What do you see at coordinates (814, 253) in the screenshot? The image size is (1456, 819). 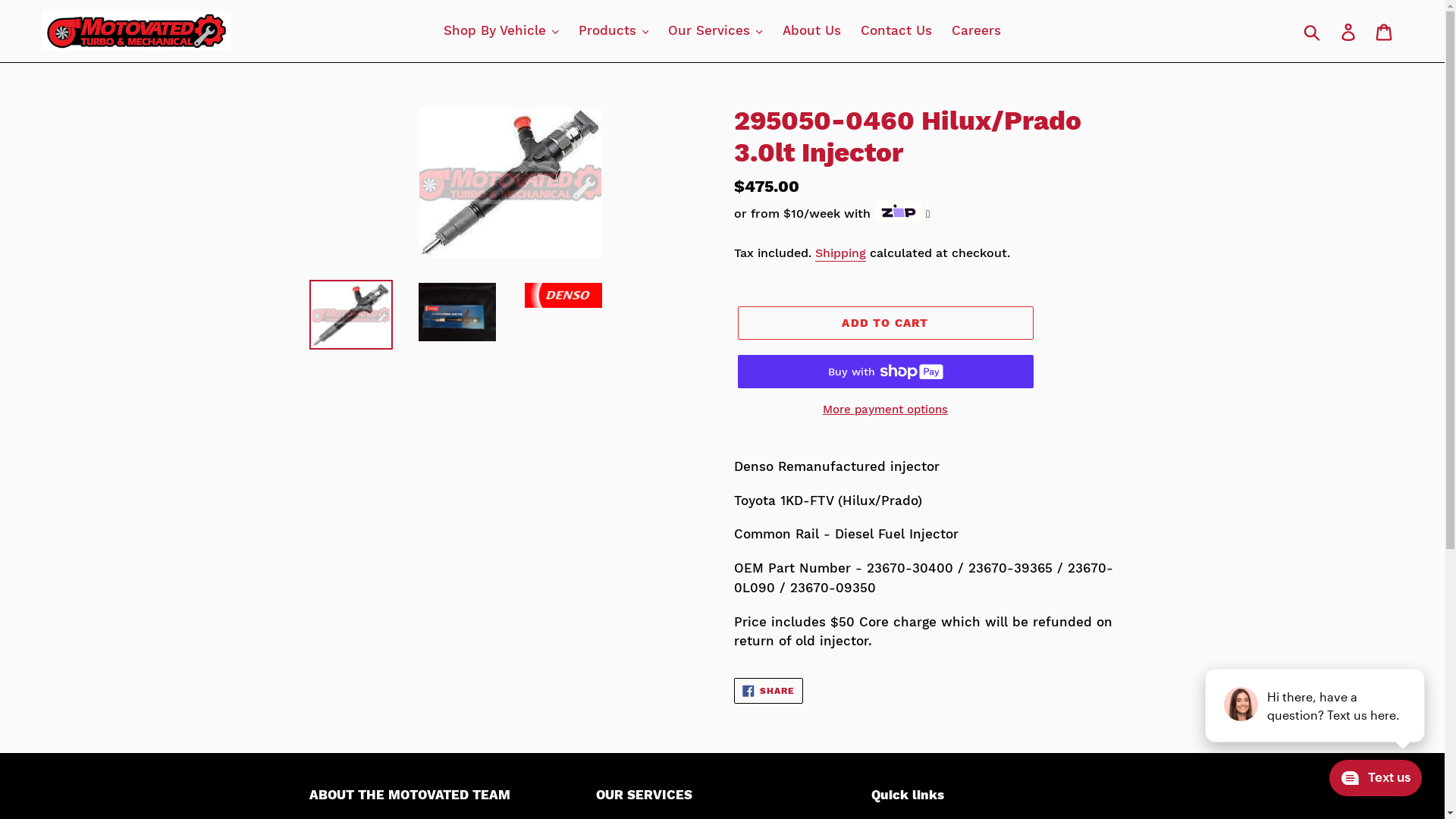 I see `'Shipping'` at bounding box center [814, 253].